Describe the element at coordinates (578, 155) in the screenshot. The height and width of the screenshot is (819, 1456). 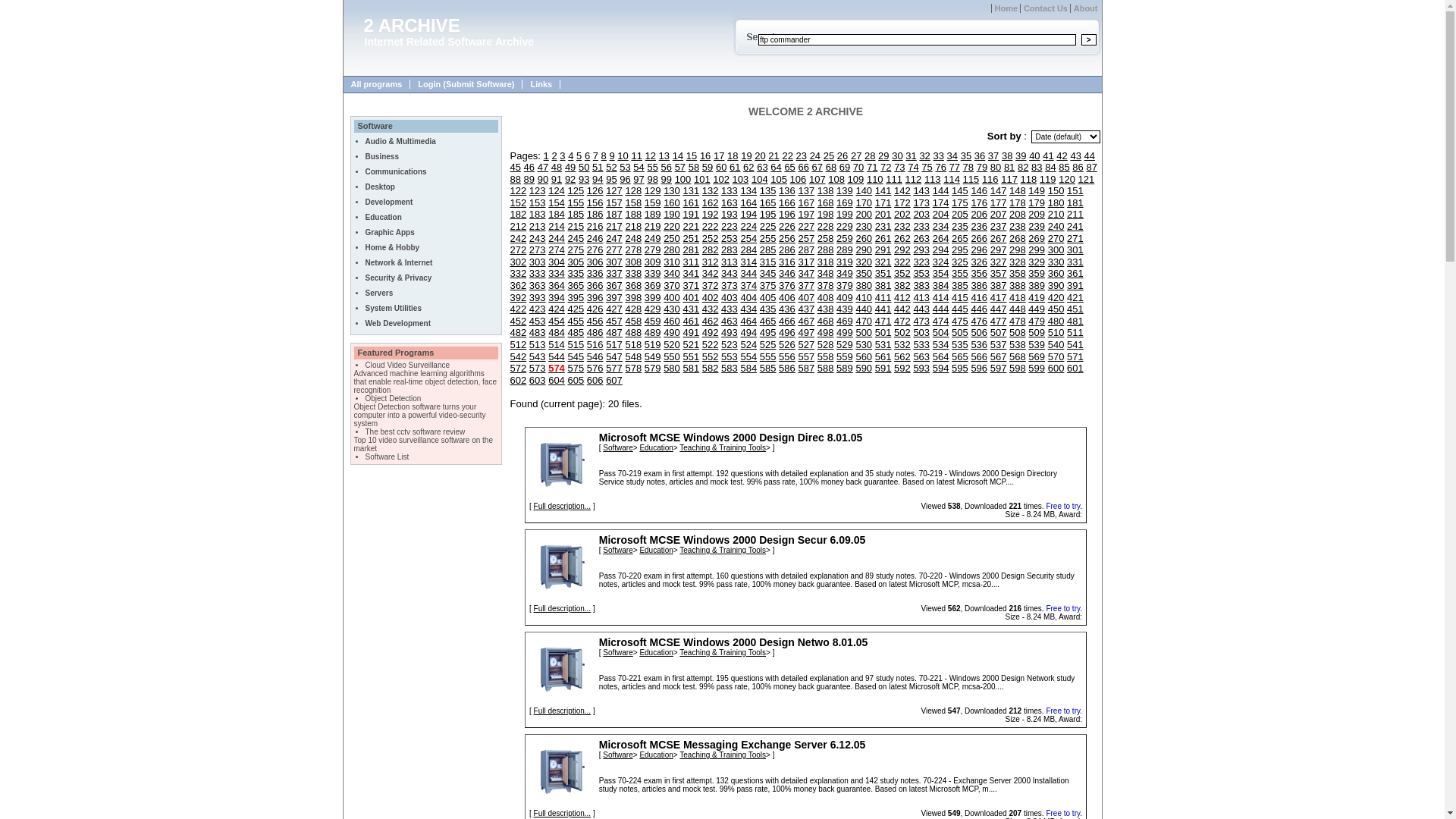
I see `'5'` at that location.